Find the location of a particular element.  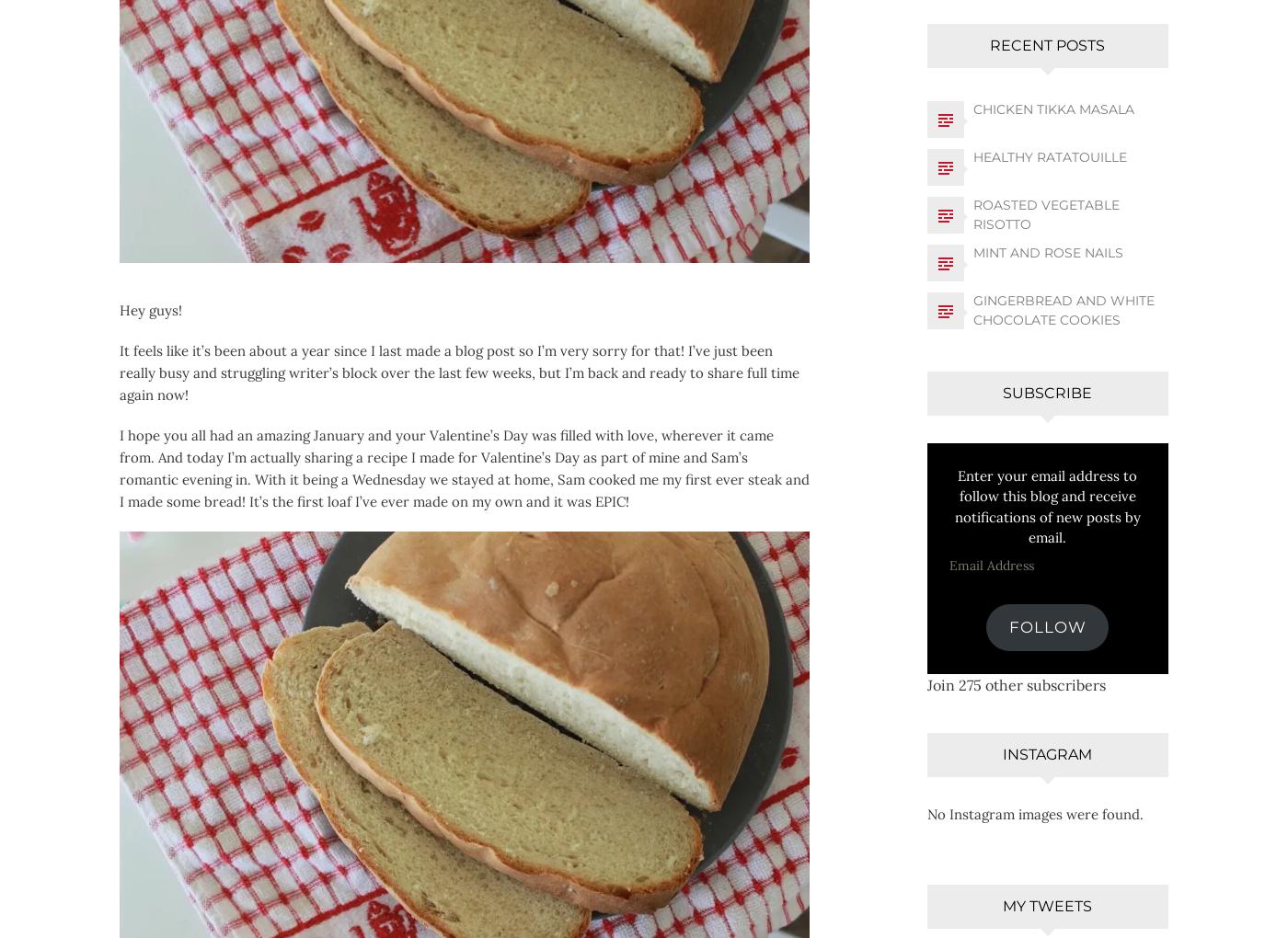

'Subscribe' is located at coordinates (1047, 391).